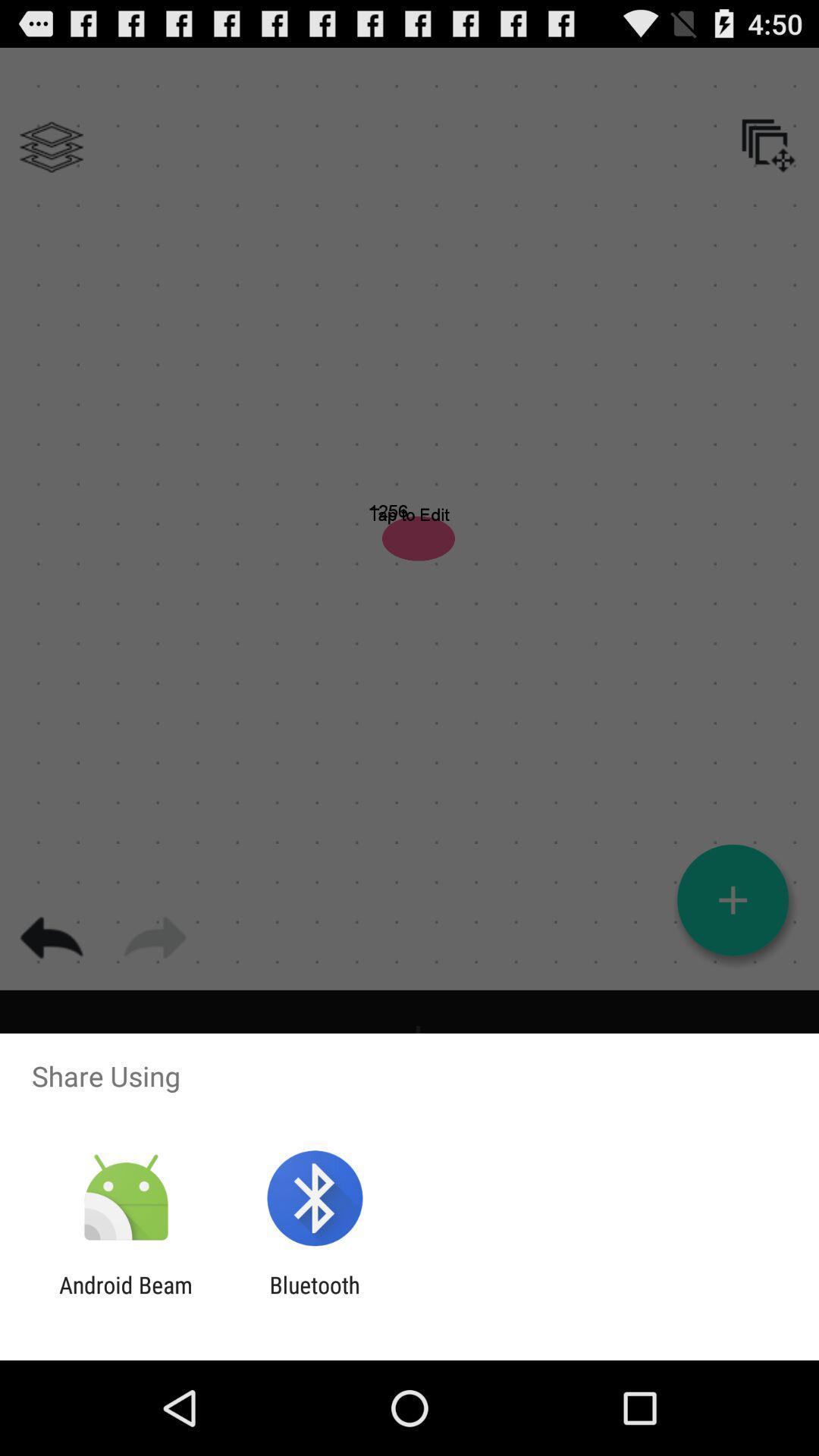 This screenshot has width=819, height=1456. I want to click on icon to the right of the android beam, so click(314, 1298).